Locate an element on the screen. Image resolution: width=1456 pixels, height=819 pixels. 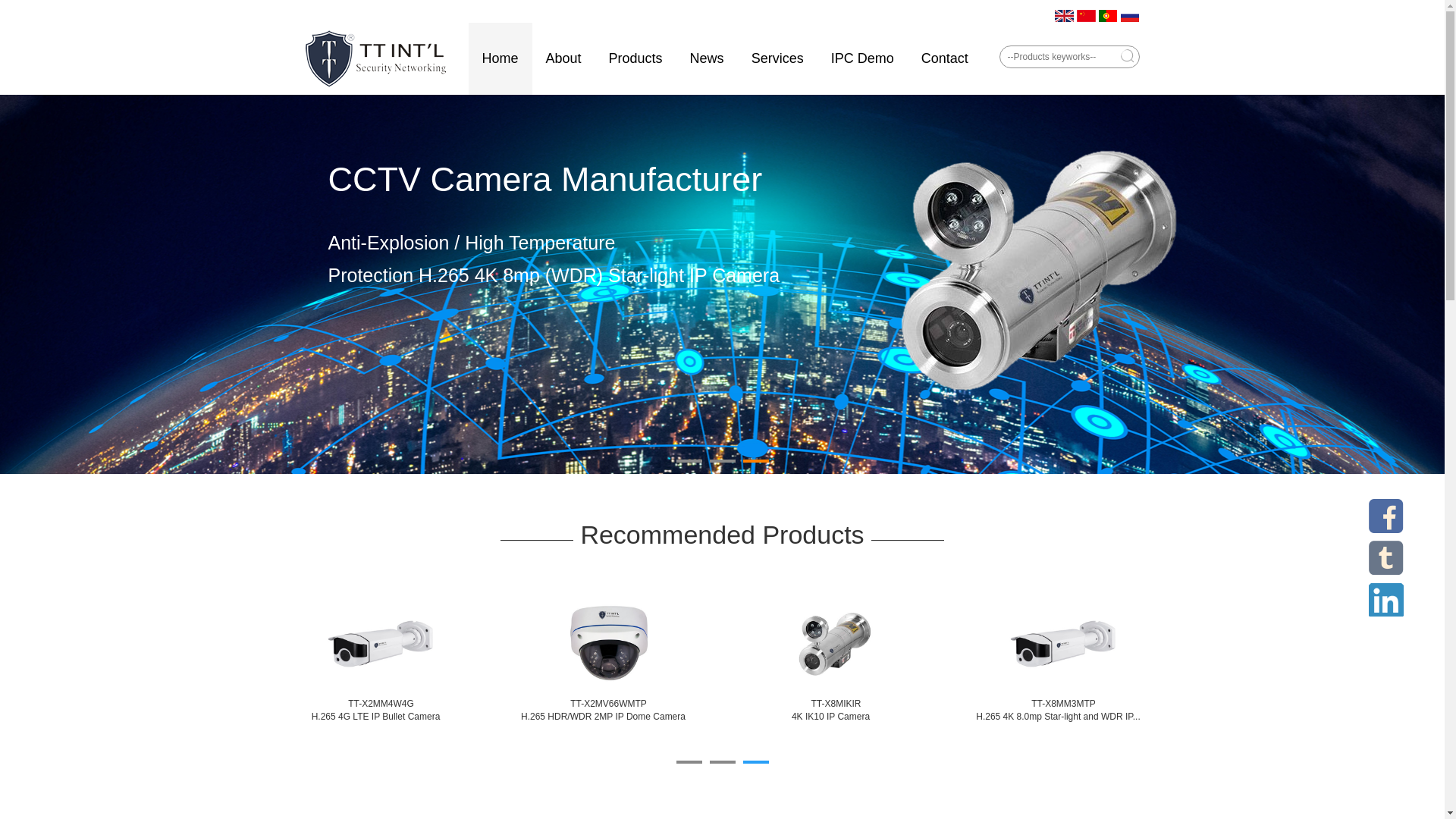
'Home' is located at coordinates (500, 58).